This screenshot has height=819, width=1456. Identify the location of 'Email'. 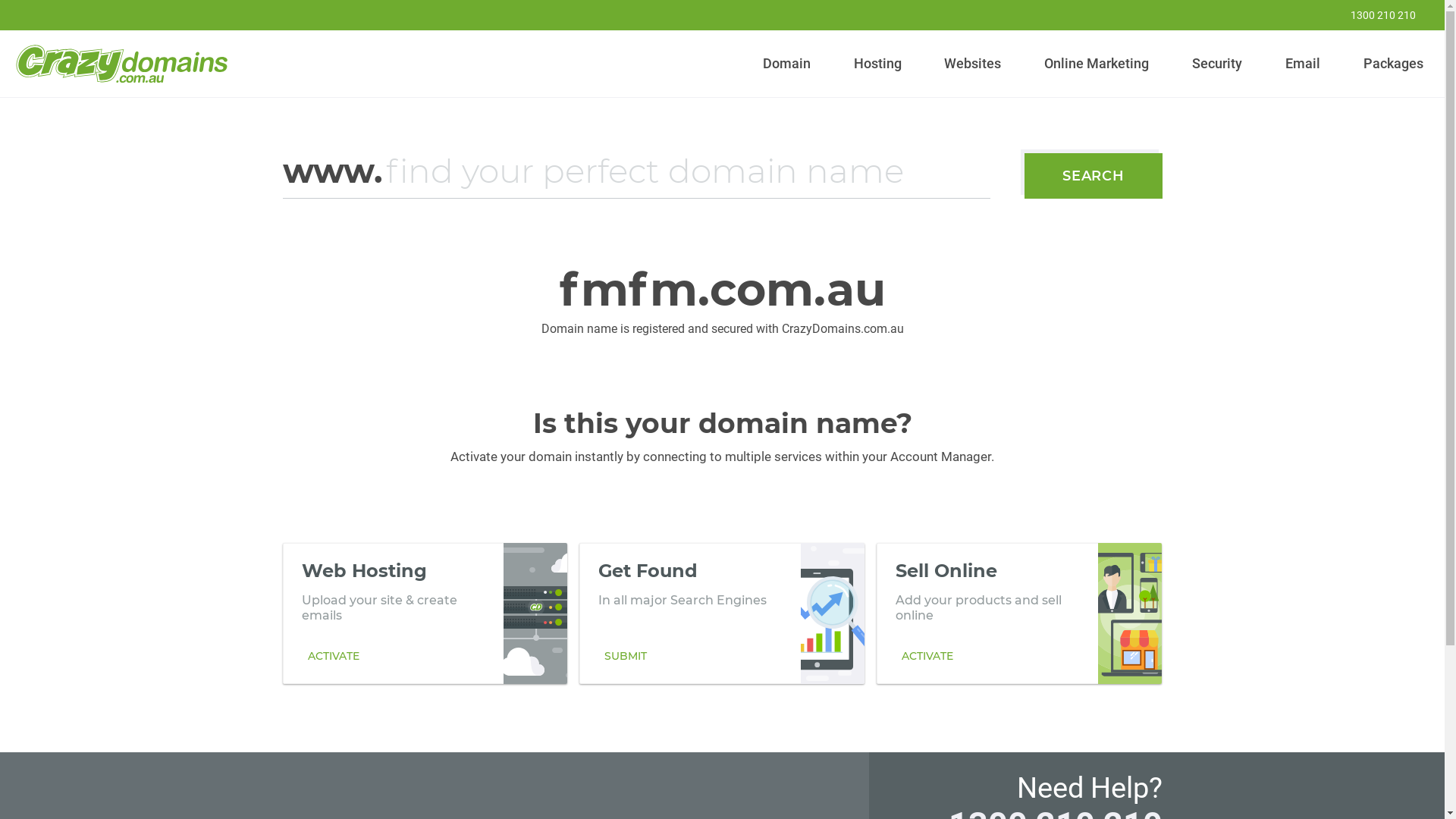
(1301, 63).